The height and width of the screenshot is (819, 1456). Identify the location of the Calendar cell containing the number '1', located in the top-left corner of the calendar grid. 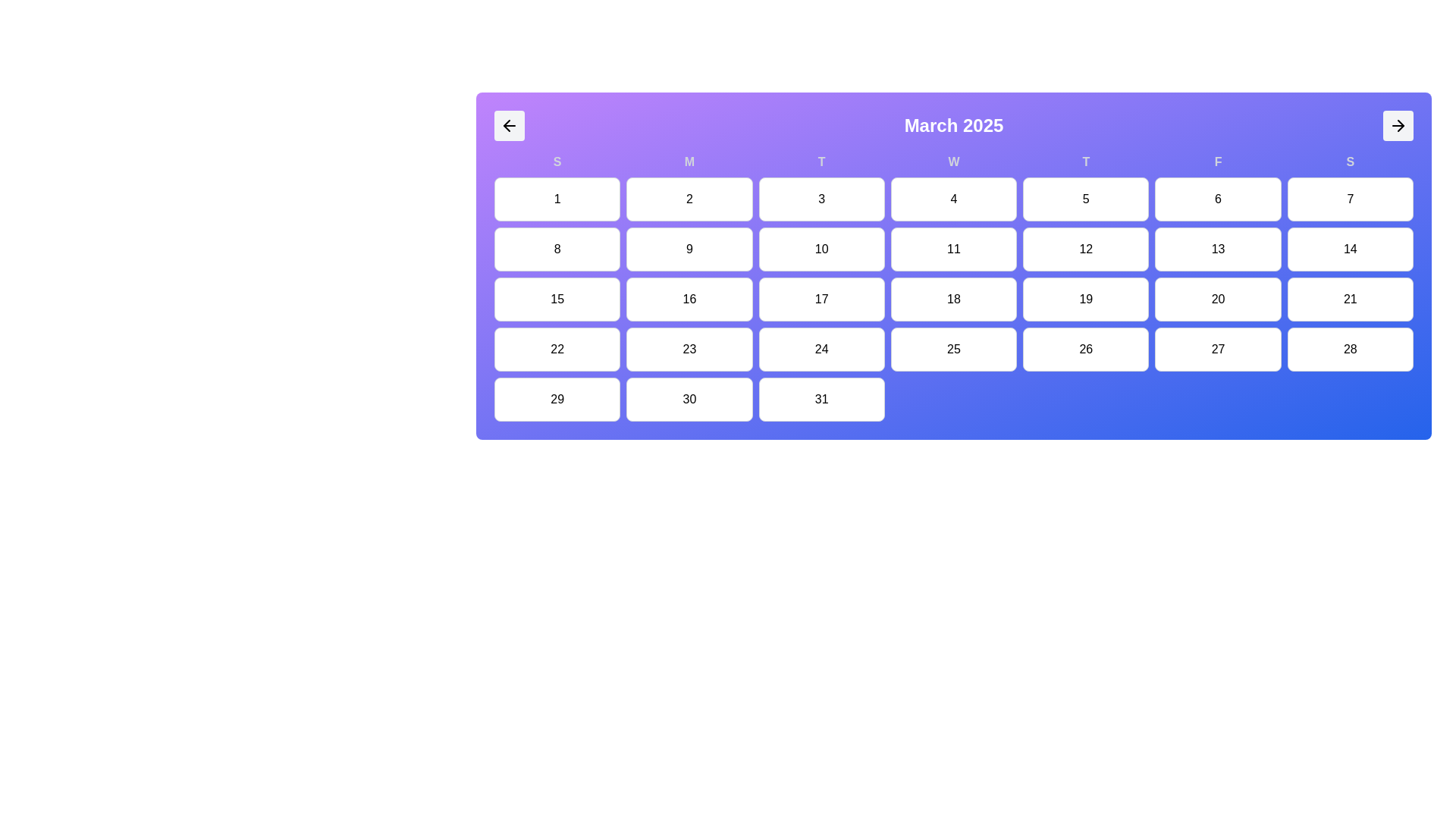
(557, 198).